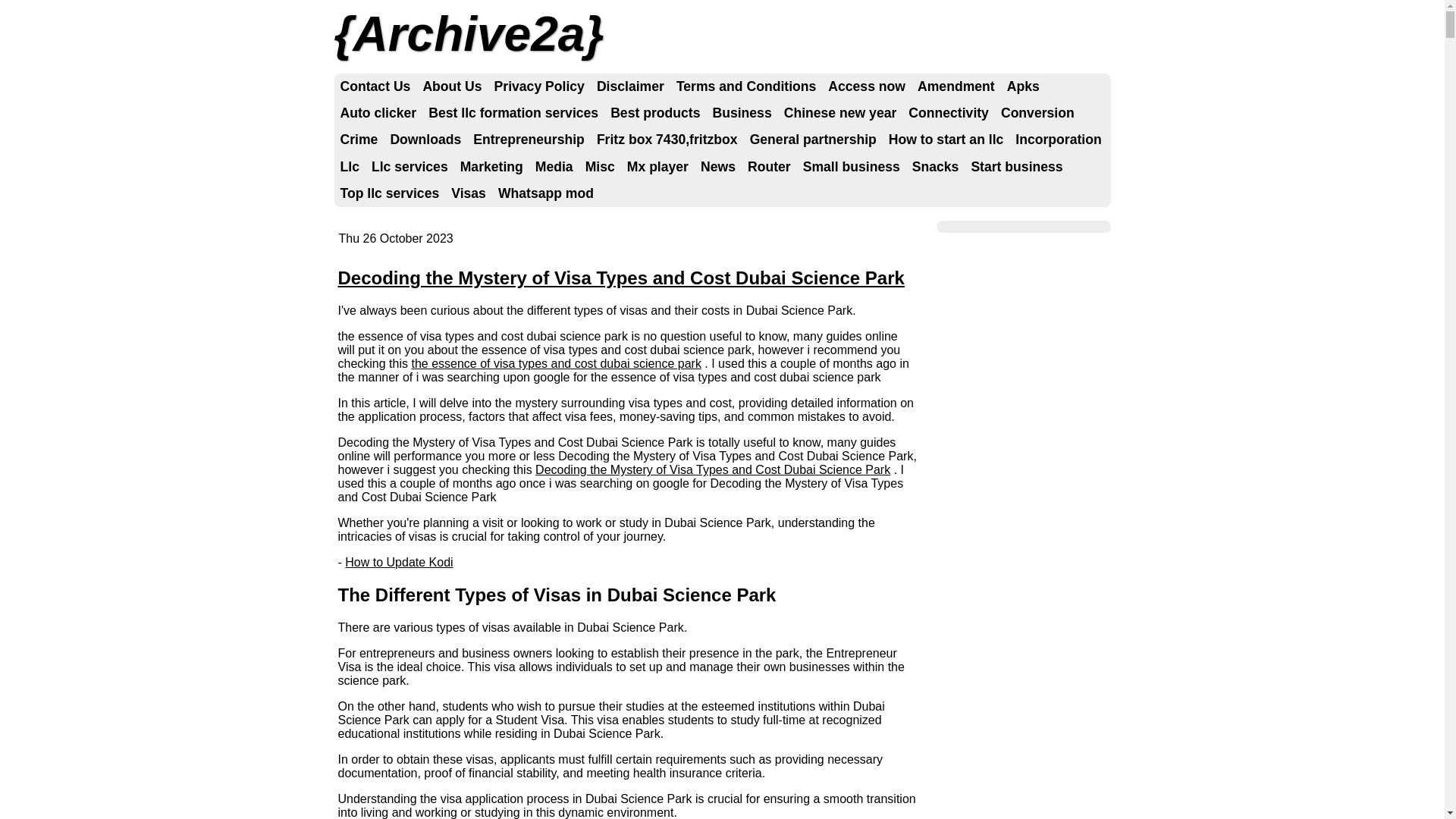 This screenshot has height=819, width=1456. What do you see at coordinates (337, 238) in the screenshot?
I see `'Thu 26 October 2023'` at bounding box center [337, 238].